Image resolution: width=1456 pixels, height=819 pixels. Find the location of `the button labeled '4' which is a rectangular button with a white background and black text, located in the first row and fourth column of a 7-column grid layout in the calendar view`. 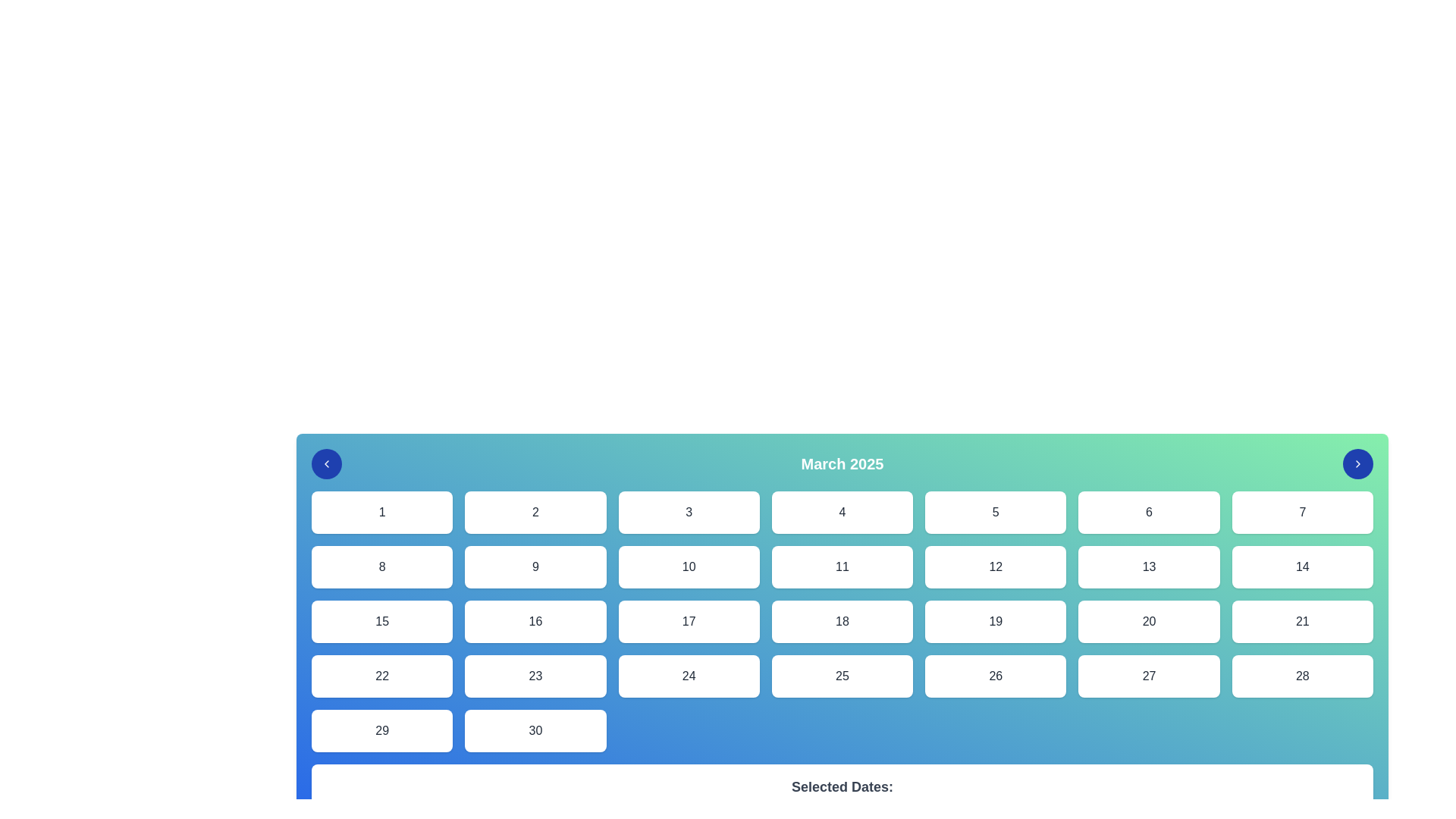

the button labeled '4' which is a rectangular button with a white background and black text, located in the first row and fourth column of a 7-column grid layout in the calendar view is located at coordinates (841, 512).